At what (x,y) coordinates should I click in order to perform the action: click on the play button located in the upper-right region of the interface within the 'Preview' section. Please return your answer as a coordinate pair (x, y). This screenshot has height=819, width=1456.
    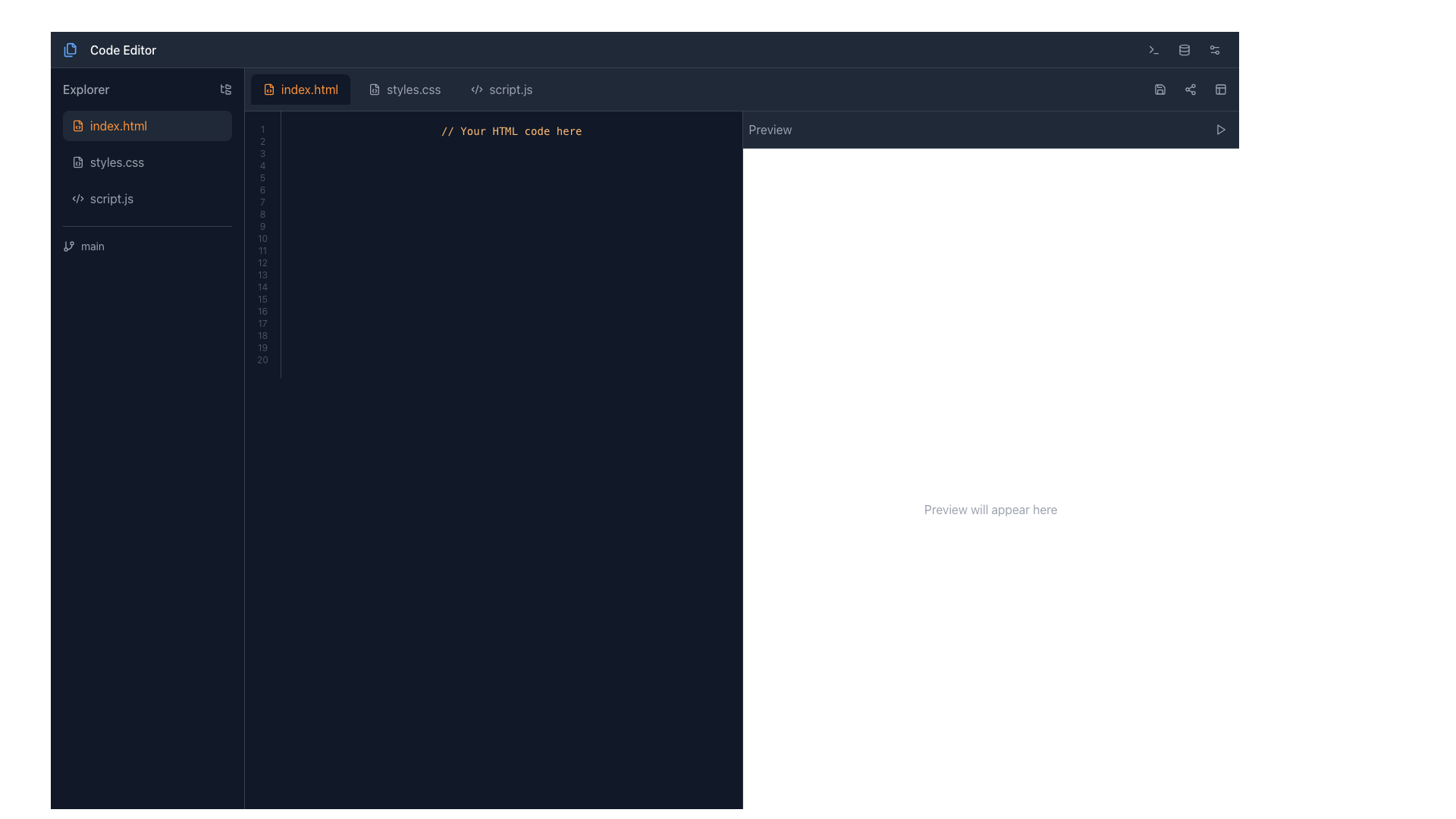
    Looking at the image, I should click on (1220, 128).